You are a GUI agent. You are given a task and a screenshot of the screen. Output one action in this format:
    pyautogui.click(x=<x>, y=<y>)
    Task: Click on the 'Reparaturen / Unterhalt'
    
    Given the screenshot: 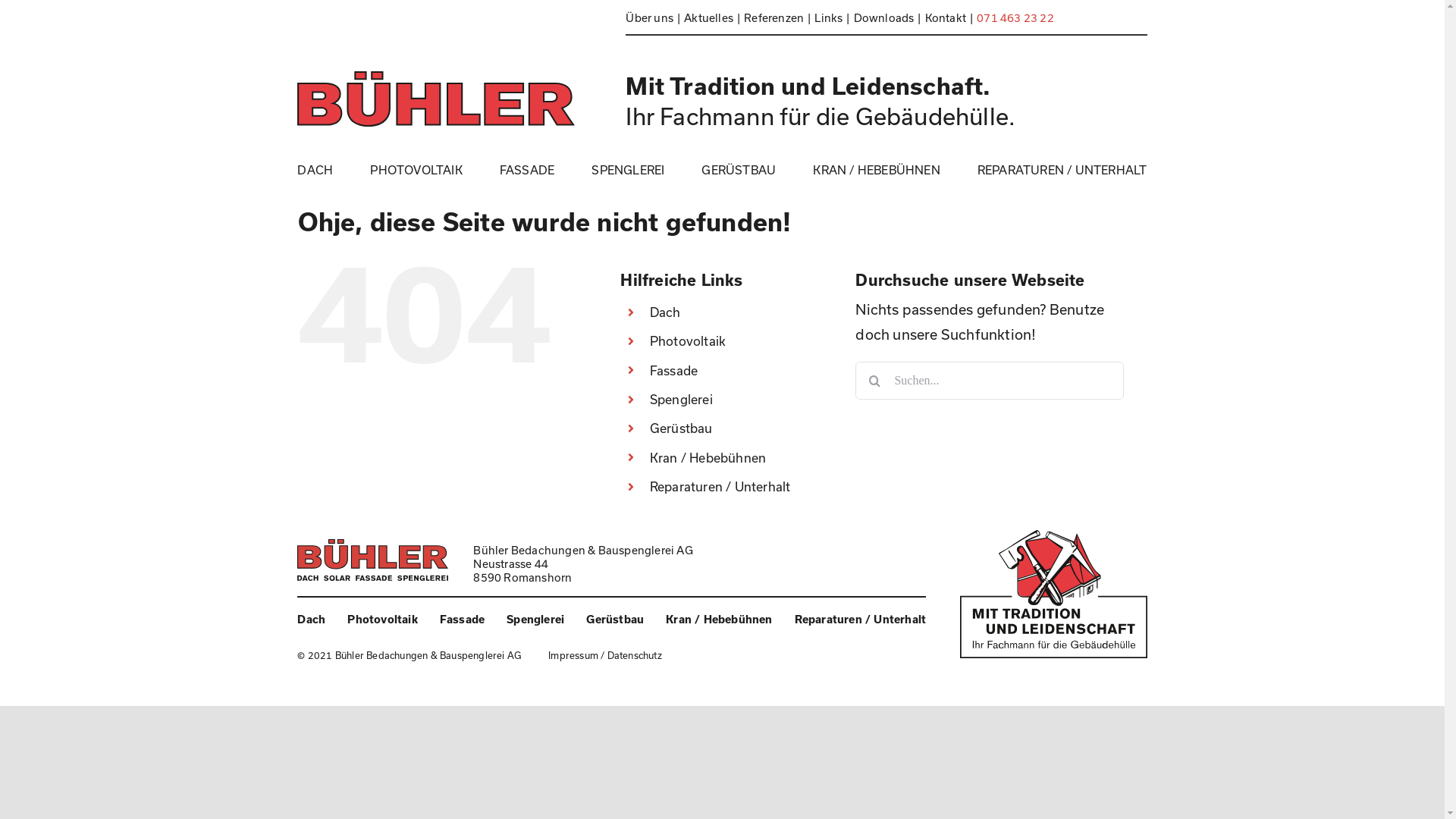 What is the action you would take?
    pyautogui.click(x=860, y=619)
    